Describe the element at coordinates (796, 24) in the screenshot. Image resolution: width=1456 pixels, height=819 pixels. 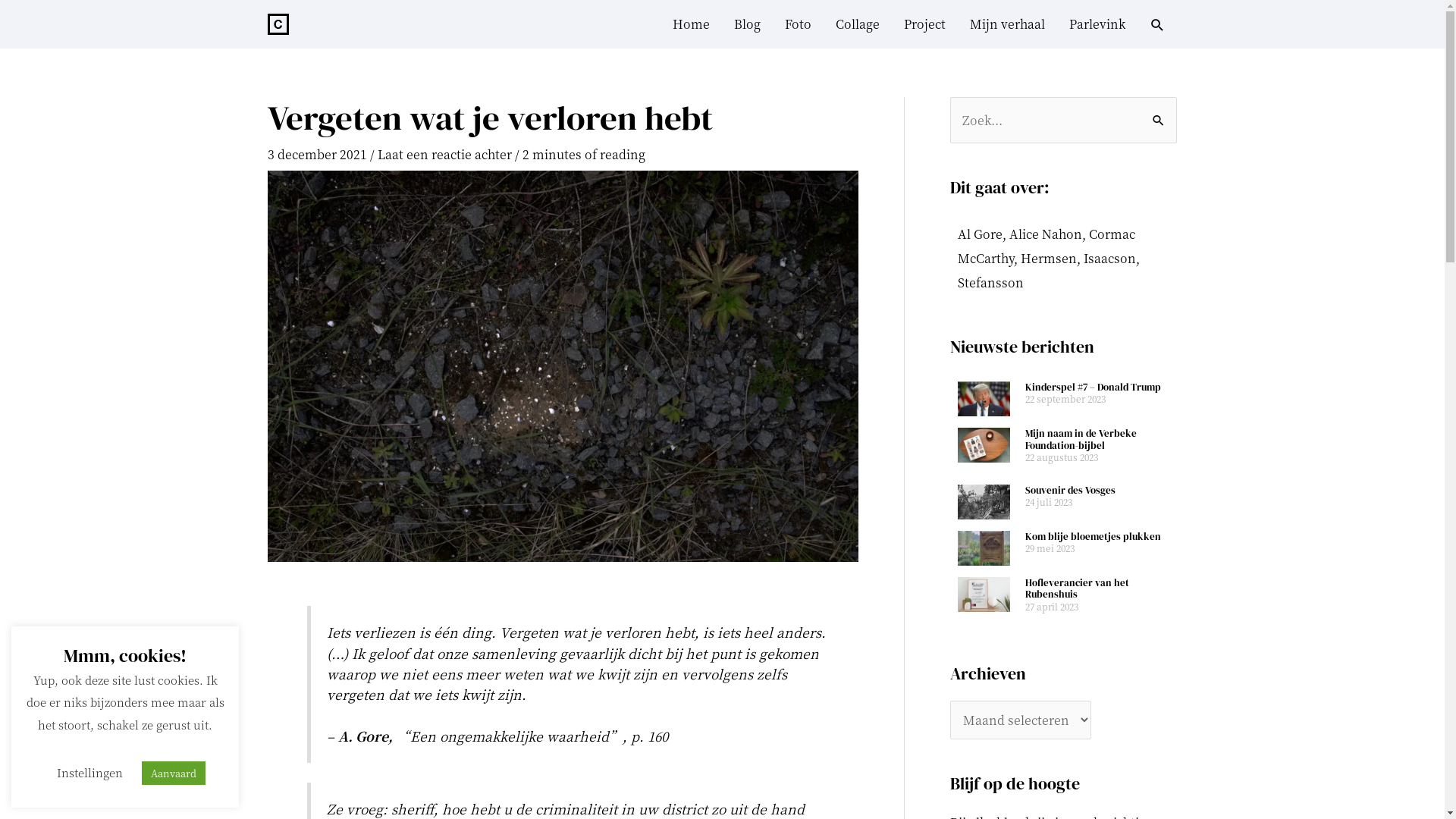
I see `'Foto'` at that location.